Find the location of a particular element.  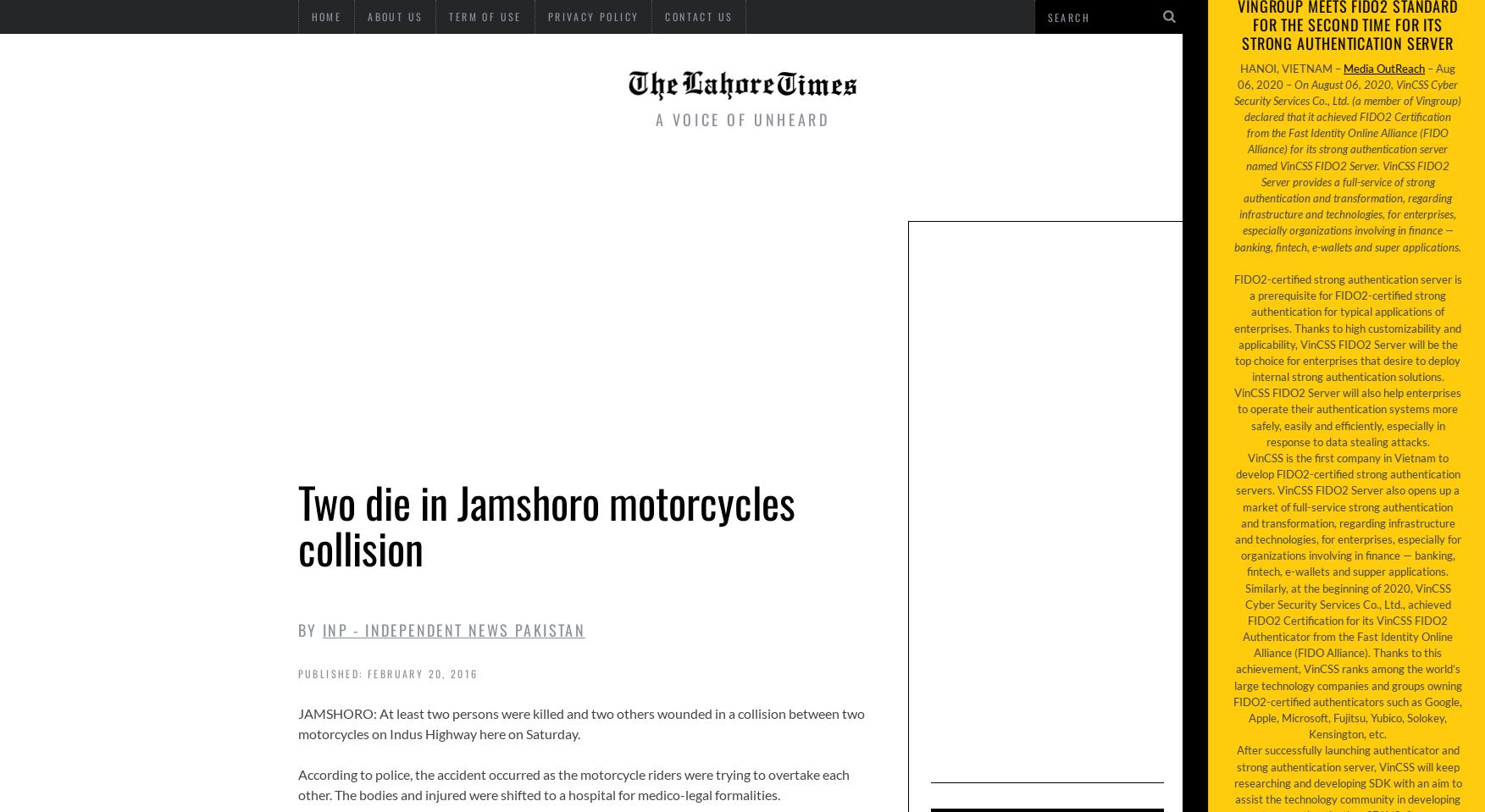

'Entertainment' is located at coordinates (711, 179).